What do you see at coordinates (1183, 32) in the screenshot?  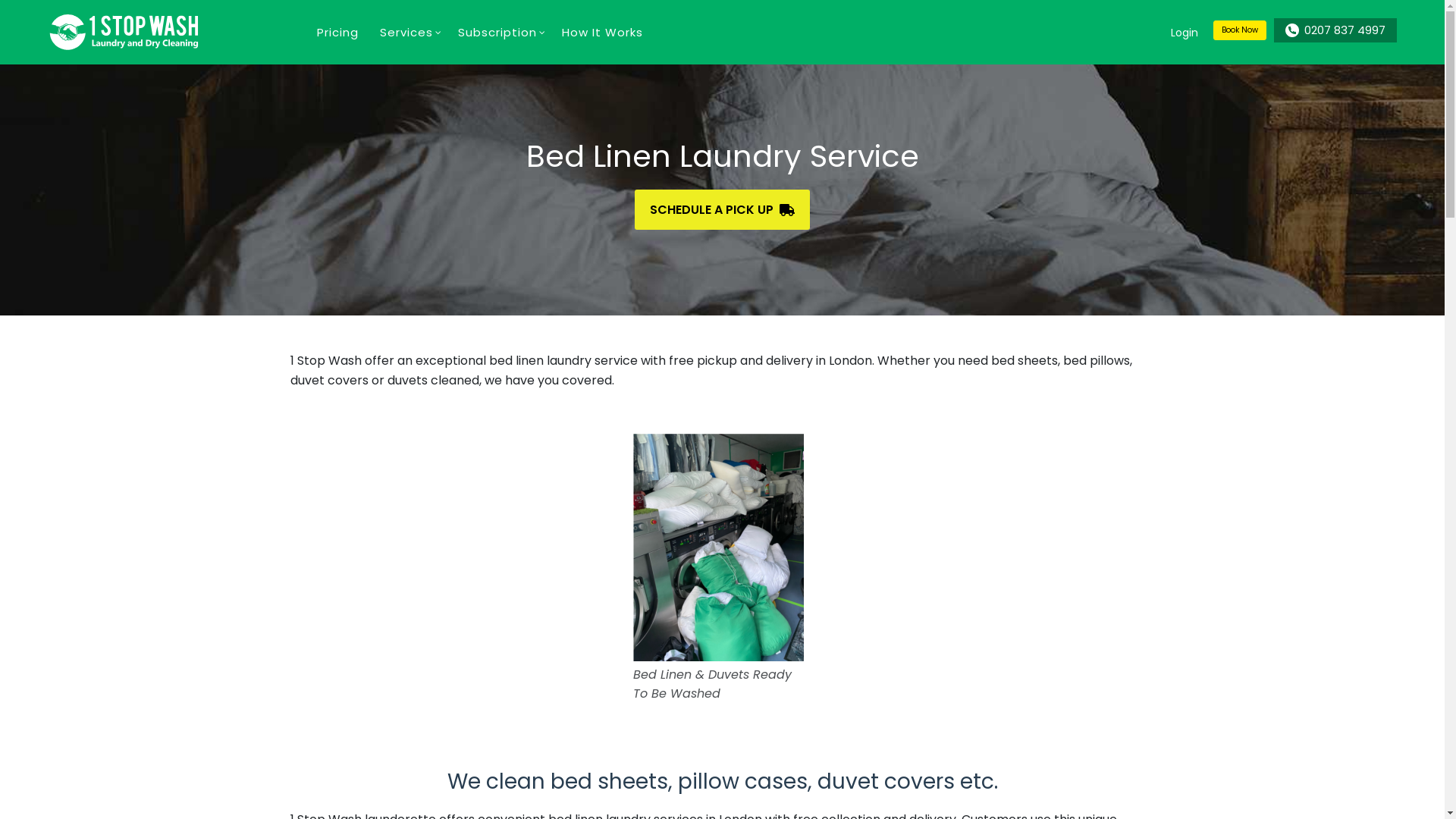 I see `'Login'` at bounding box center [1183, 32].